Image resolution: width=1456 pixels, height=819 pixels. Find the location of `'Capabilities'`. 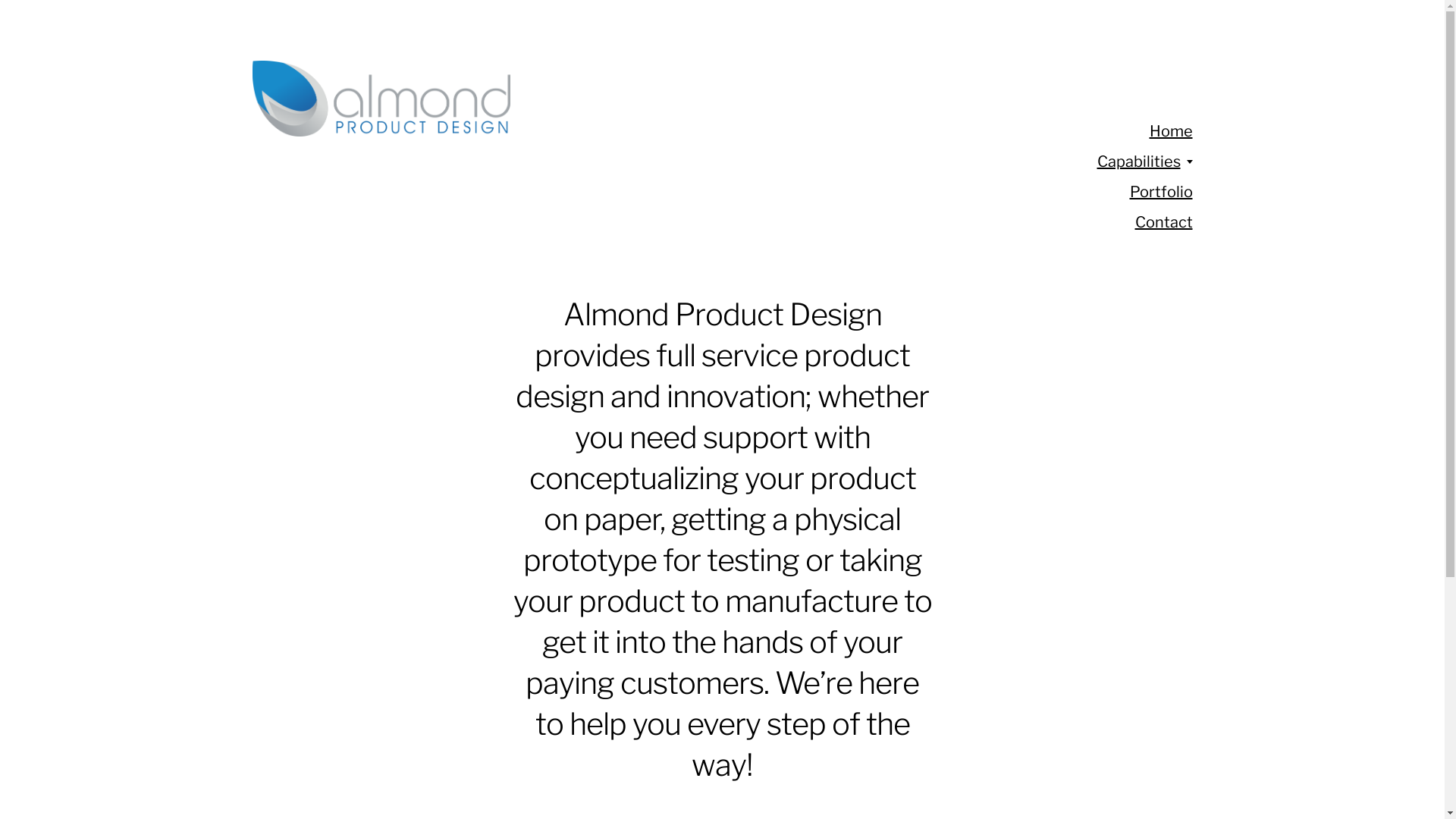

'Capabilities' is located at coordinates (1096, 161).